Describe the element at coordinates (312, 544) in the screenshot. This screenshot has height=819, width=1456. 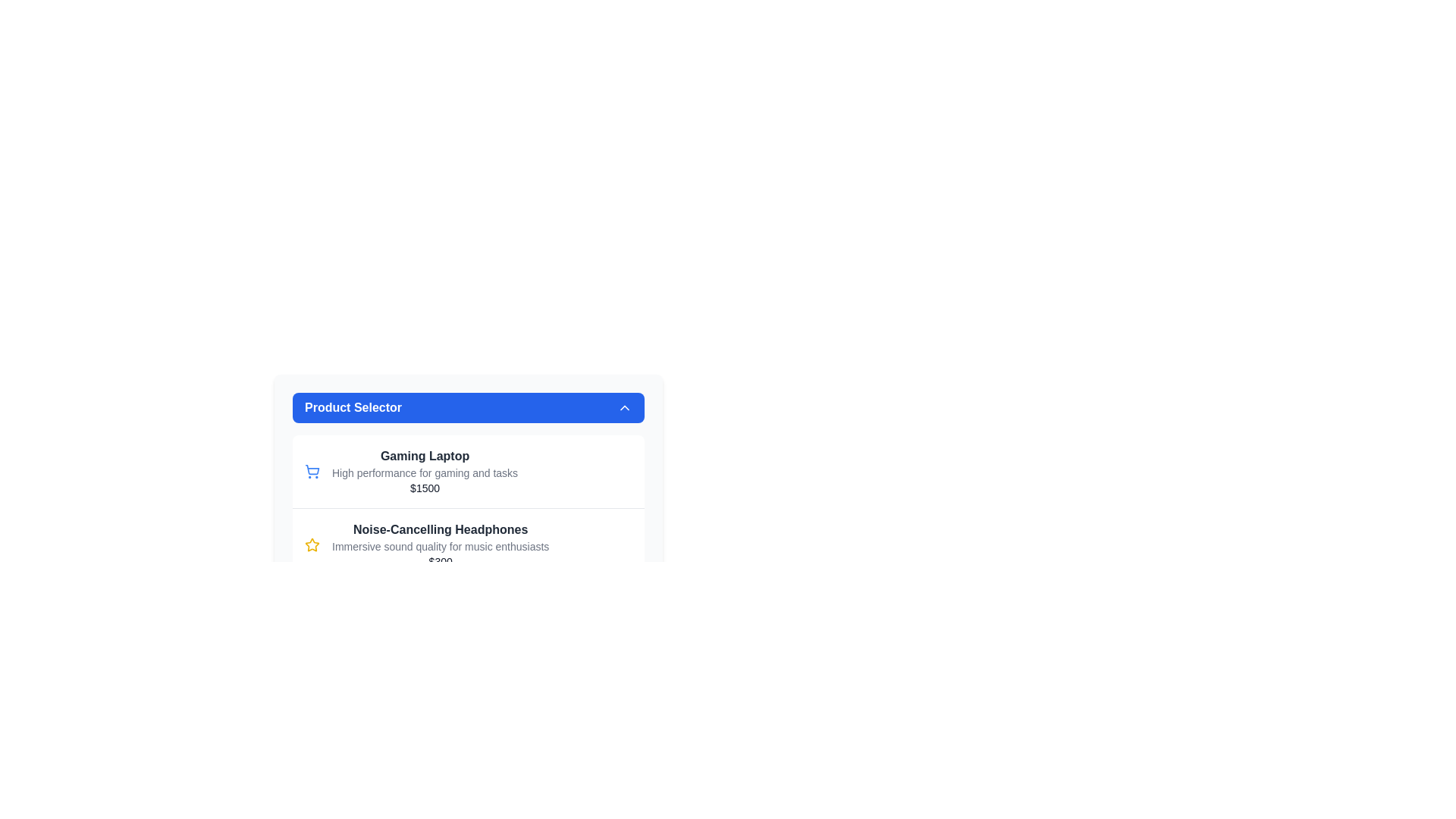
I see `the interactive star-shaped icon located before the text 'Noise-Cancelling Headphones' in the second list item of the 'Product Selector' panel` at that location.